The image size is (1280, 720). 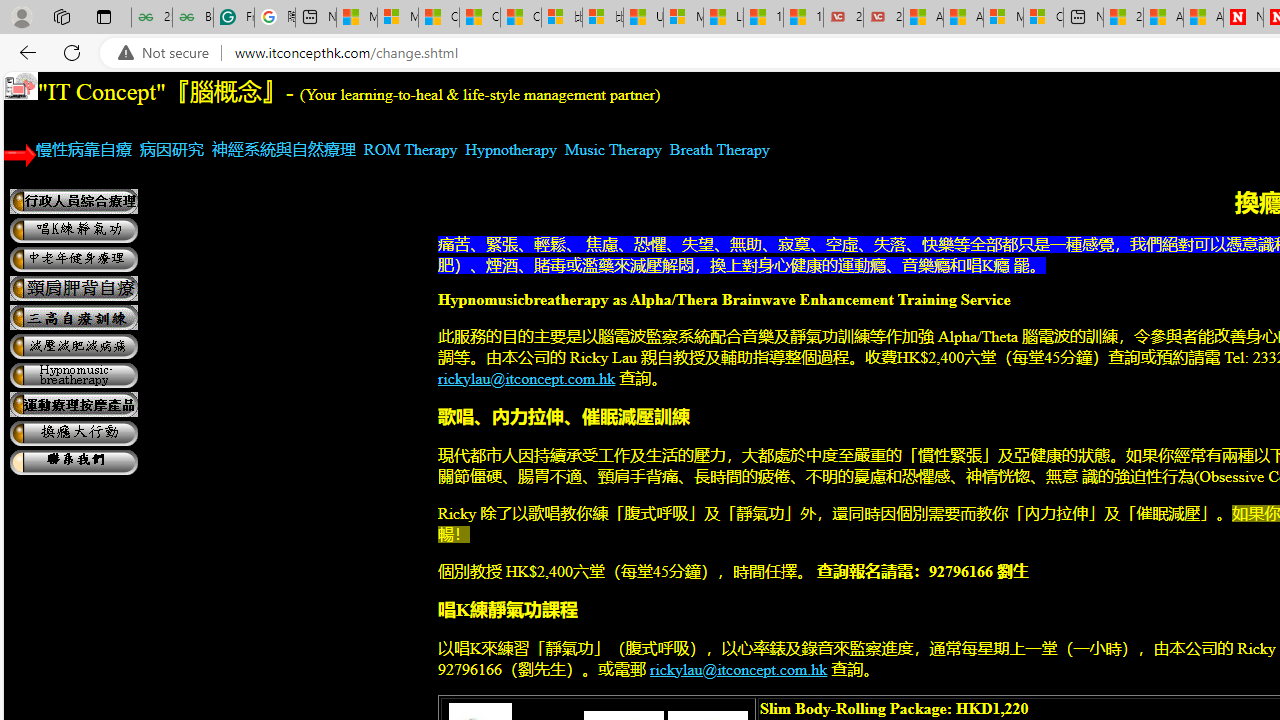 What do you see at coordinates (21, 16) in the screenshot?
I see `'Personal Profile'` at bounding box center [21, 16].